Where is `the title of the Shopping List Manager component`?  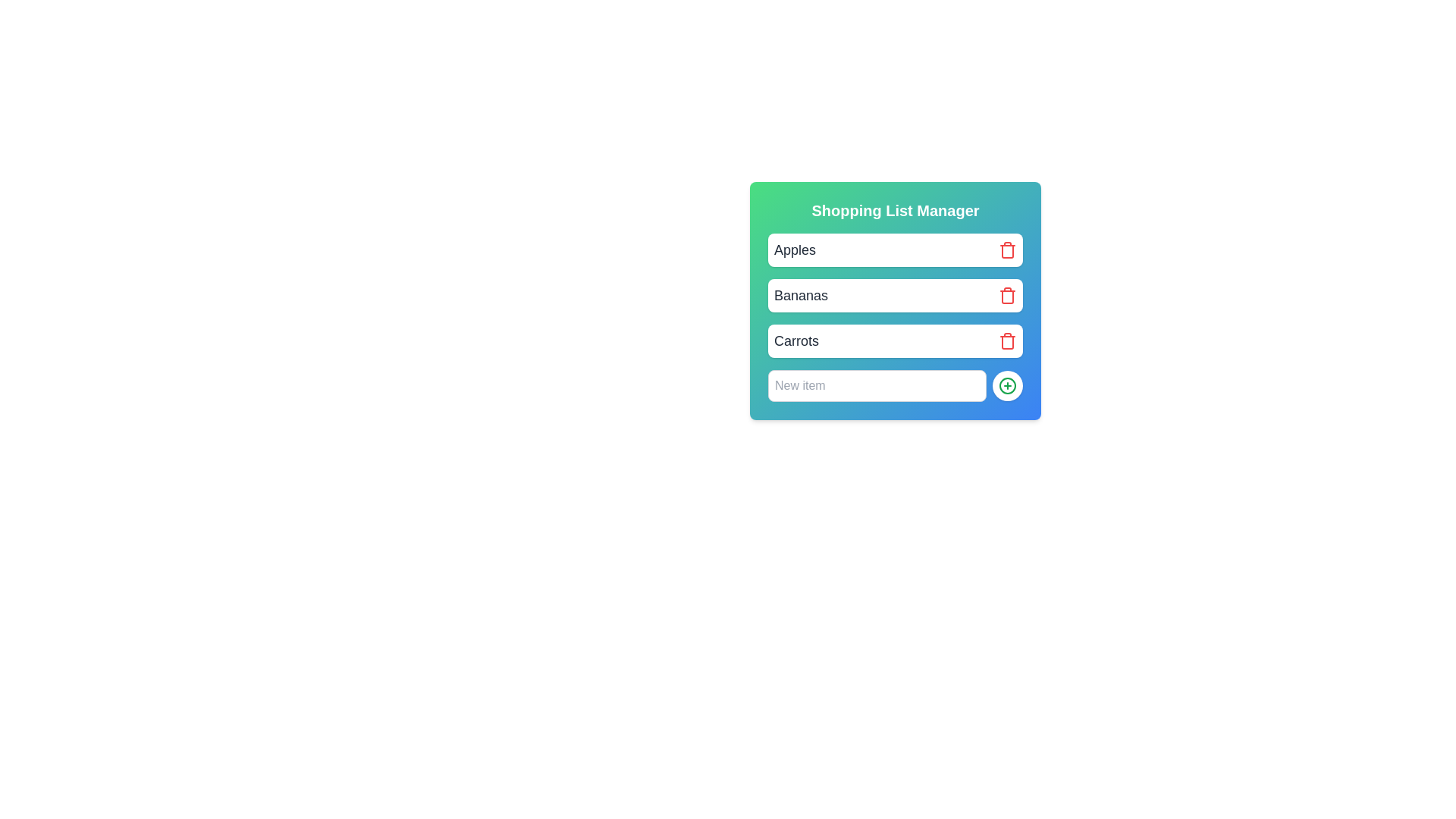
the title of the Shopping List Manager component is located at coordinates (895, 210).